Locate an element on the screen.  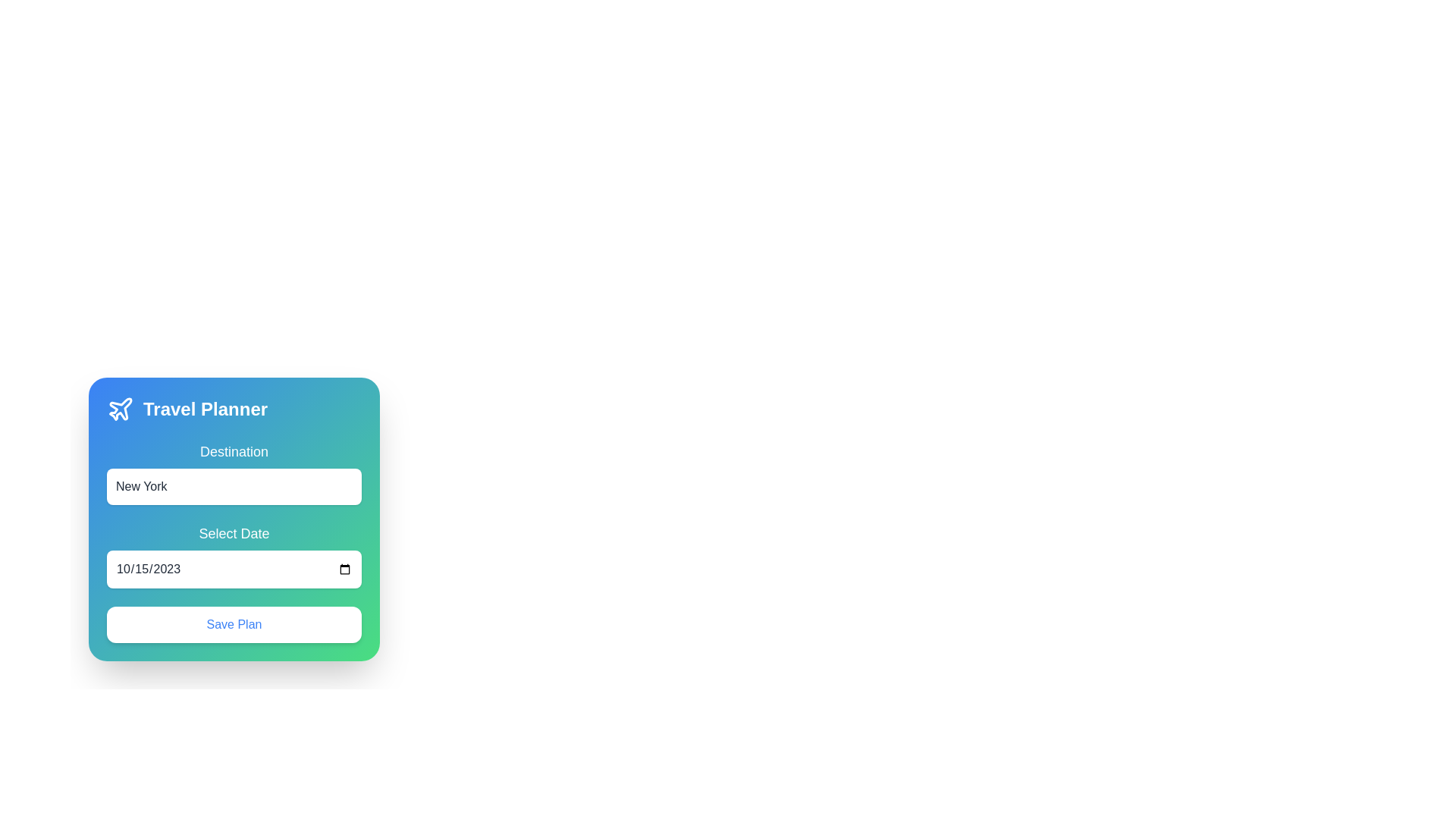
the Date Input Field located below the 'Destination' text field and above the 'Save Plan' button within the 'Travel Planner' card to focus on it is located at coordinates (233, 555).